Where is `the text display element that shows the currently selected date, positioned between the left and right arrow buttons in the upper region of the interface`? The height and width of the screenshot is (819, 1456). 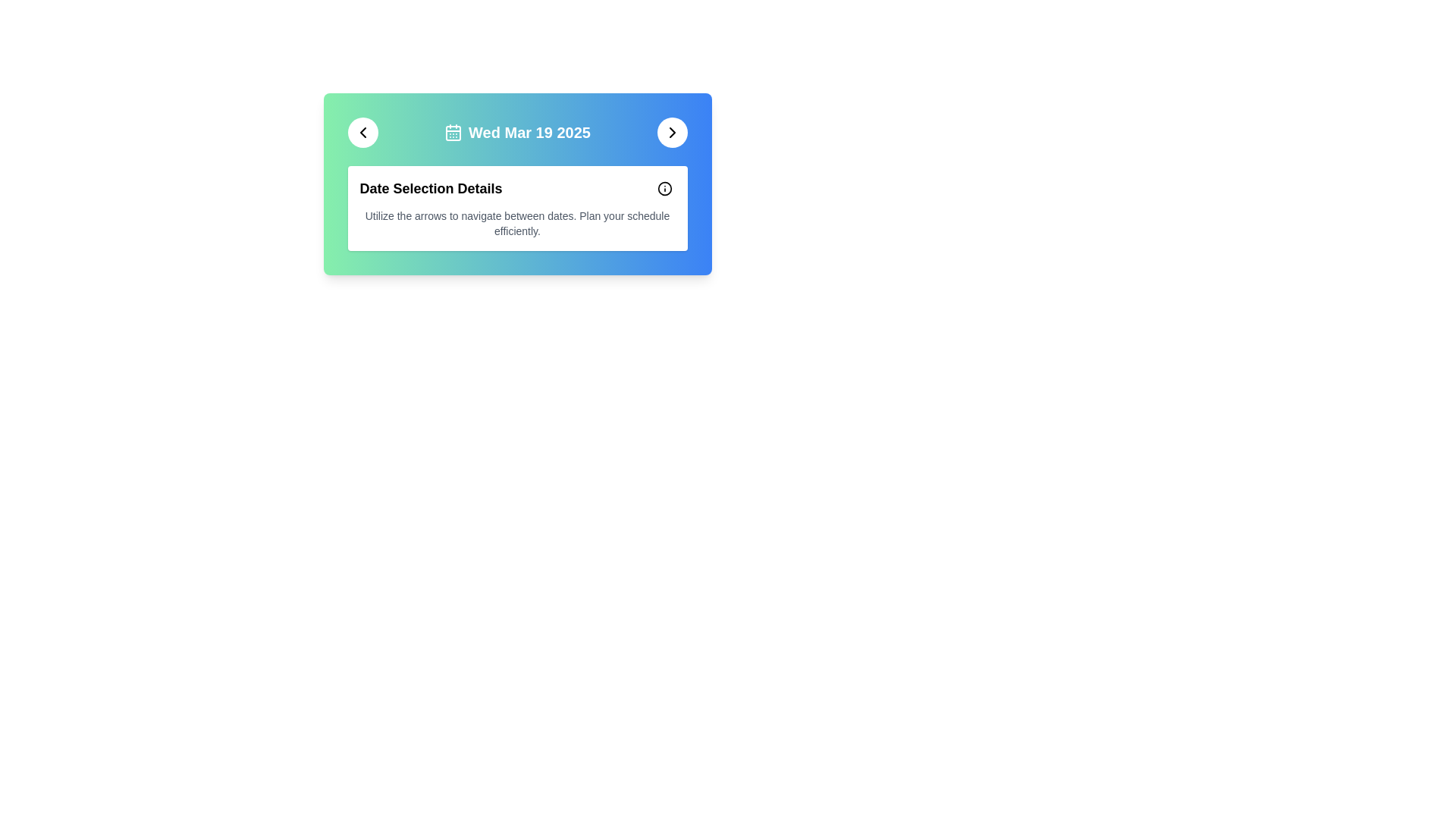
the text display element that shows the currently selected date, positioned between the left and right arrow buttons in the upper region of the interface is located at coordinates (517, 131).